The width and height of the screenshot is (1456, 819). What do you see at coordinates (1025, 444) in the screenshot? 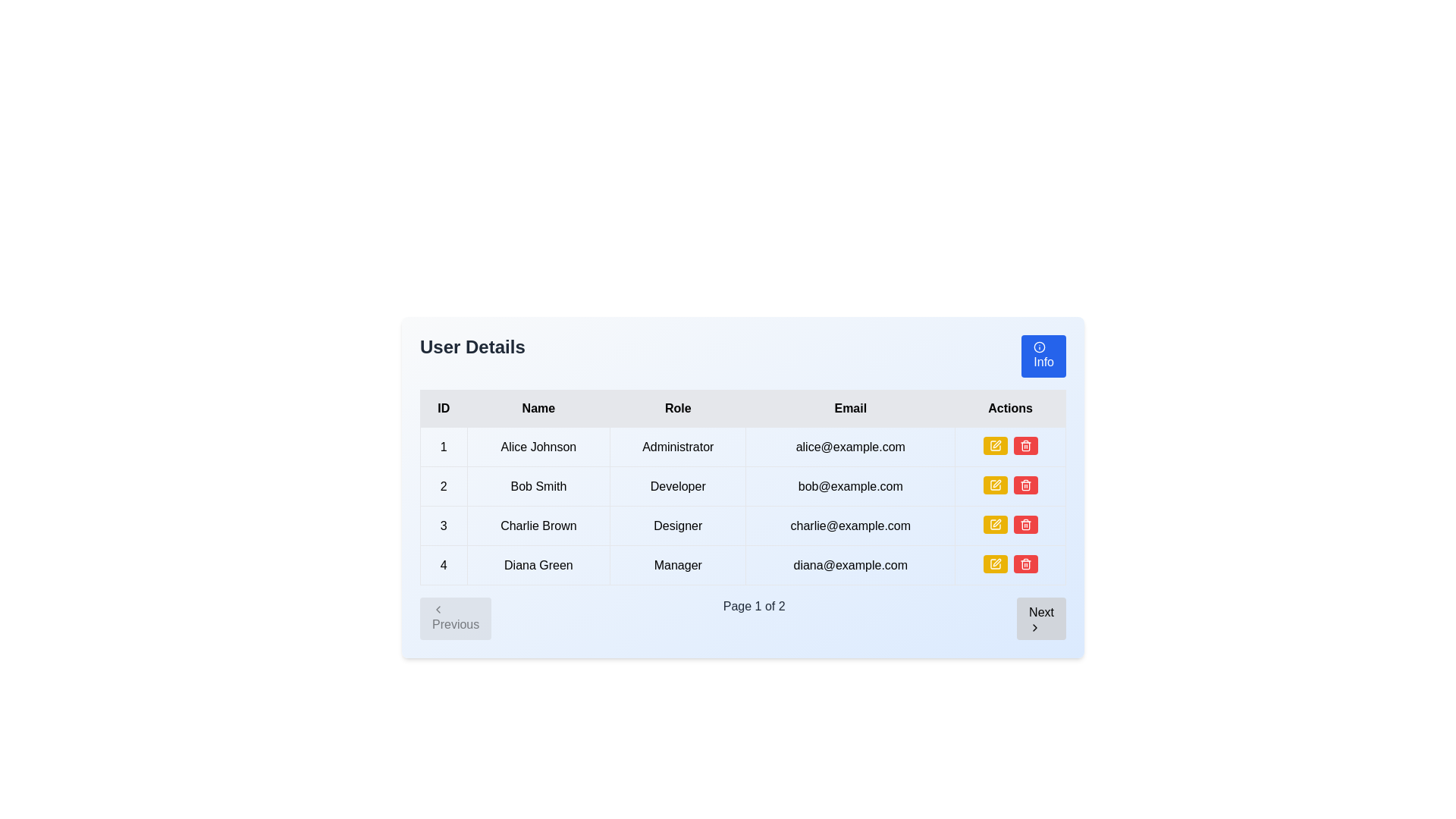
I see `the red button with rounded corners and a trash can icon, located in the second row under the 'Actions' column` at bounding box center [1025, 444].